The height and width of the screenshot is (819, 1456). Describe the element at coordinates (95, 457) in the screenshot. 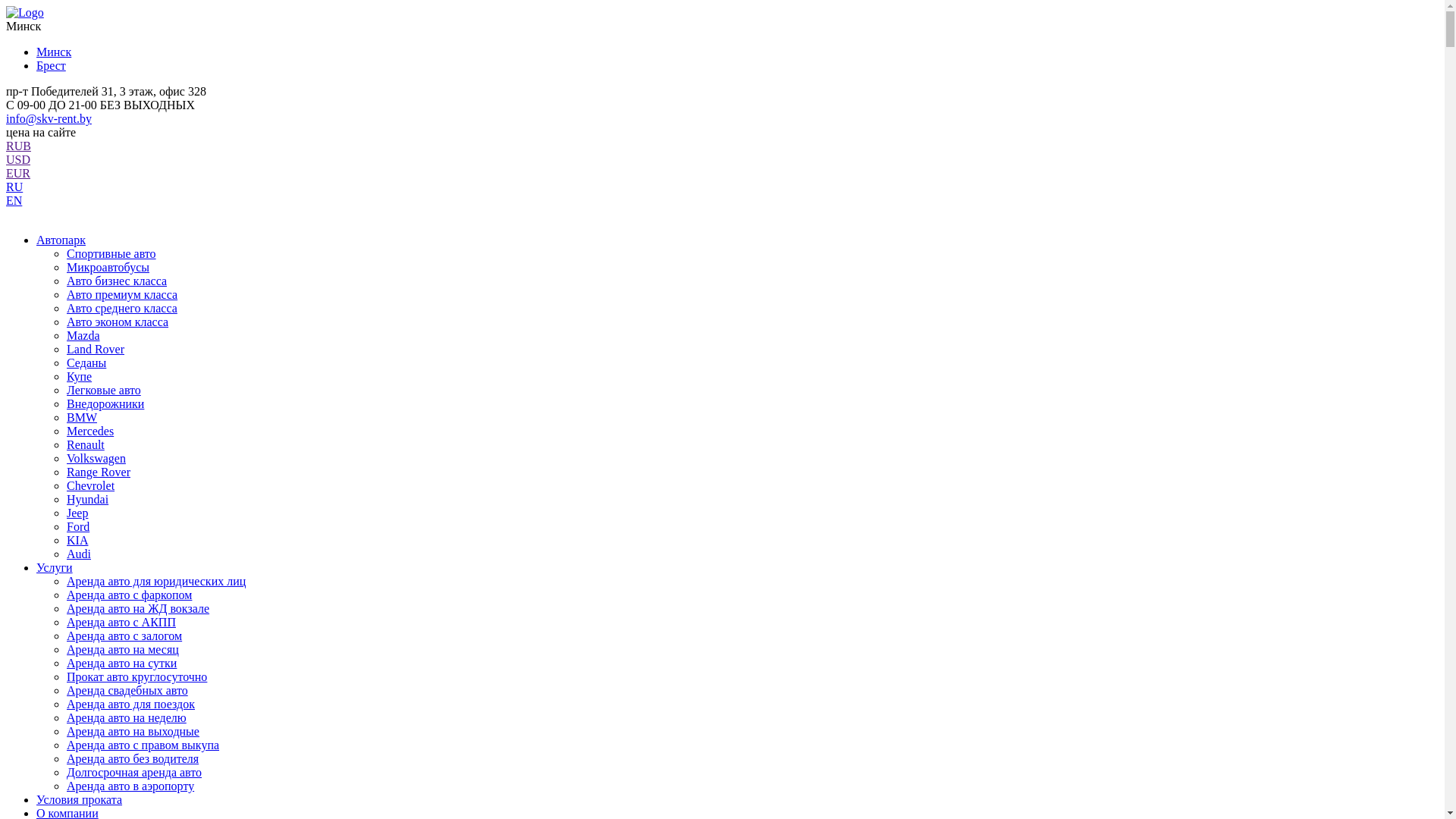

I see `'Volkswagen'` at that location.